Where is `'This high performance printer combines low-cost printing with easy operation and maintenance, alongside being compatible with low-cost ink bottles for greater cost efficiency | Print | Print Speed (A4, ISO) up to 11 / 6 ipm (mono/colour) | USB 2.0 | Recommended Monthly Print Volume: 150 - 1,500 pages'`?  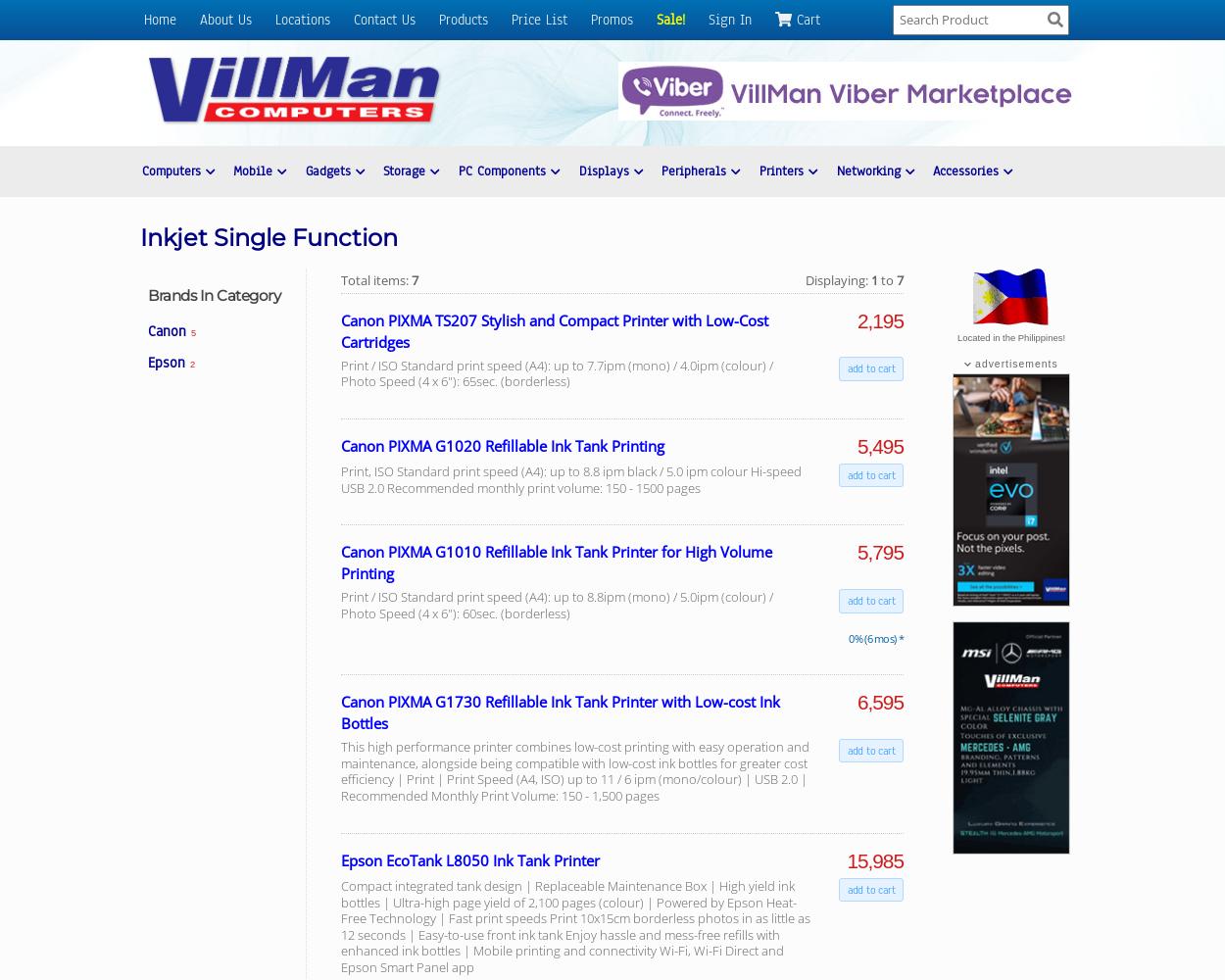 'This high performance printer combines low-cost printing with easy operation and maintenance, alongside being compatible with low-cost ink bottles for greater cost efficiency | Print | Print Speed (A4, ISO) up to 11 / 6 ipm (mono/colour) | USB 2.0 | Recommended Monthly Print Volume: 150 - 1,500 pages' is located at coordinates (340, 770).